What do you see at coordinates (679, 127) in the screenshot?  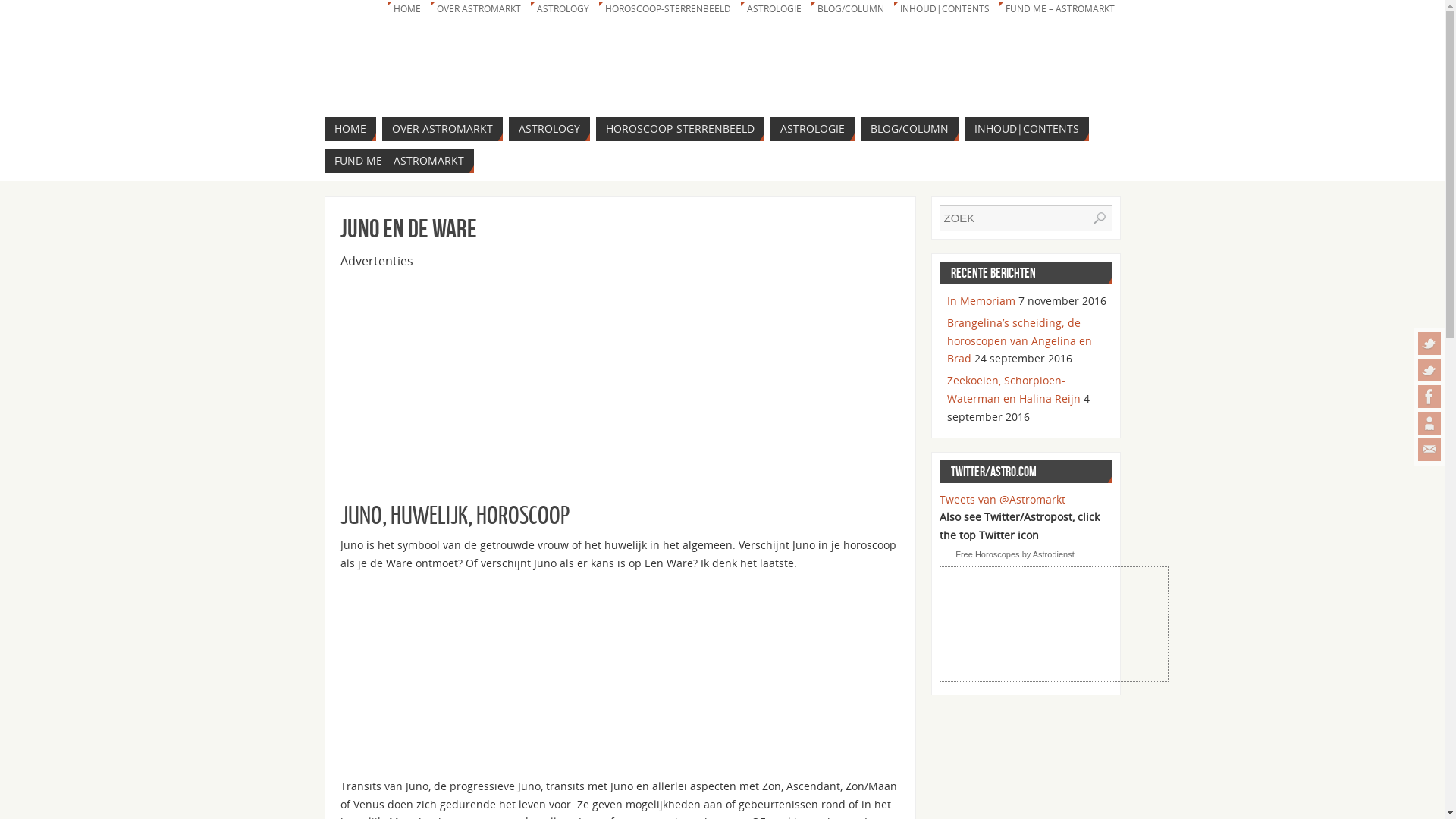 I see `'HOROSCOOP-STERRENBEELD'` at bounding box center [679, 127].